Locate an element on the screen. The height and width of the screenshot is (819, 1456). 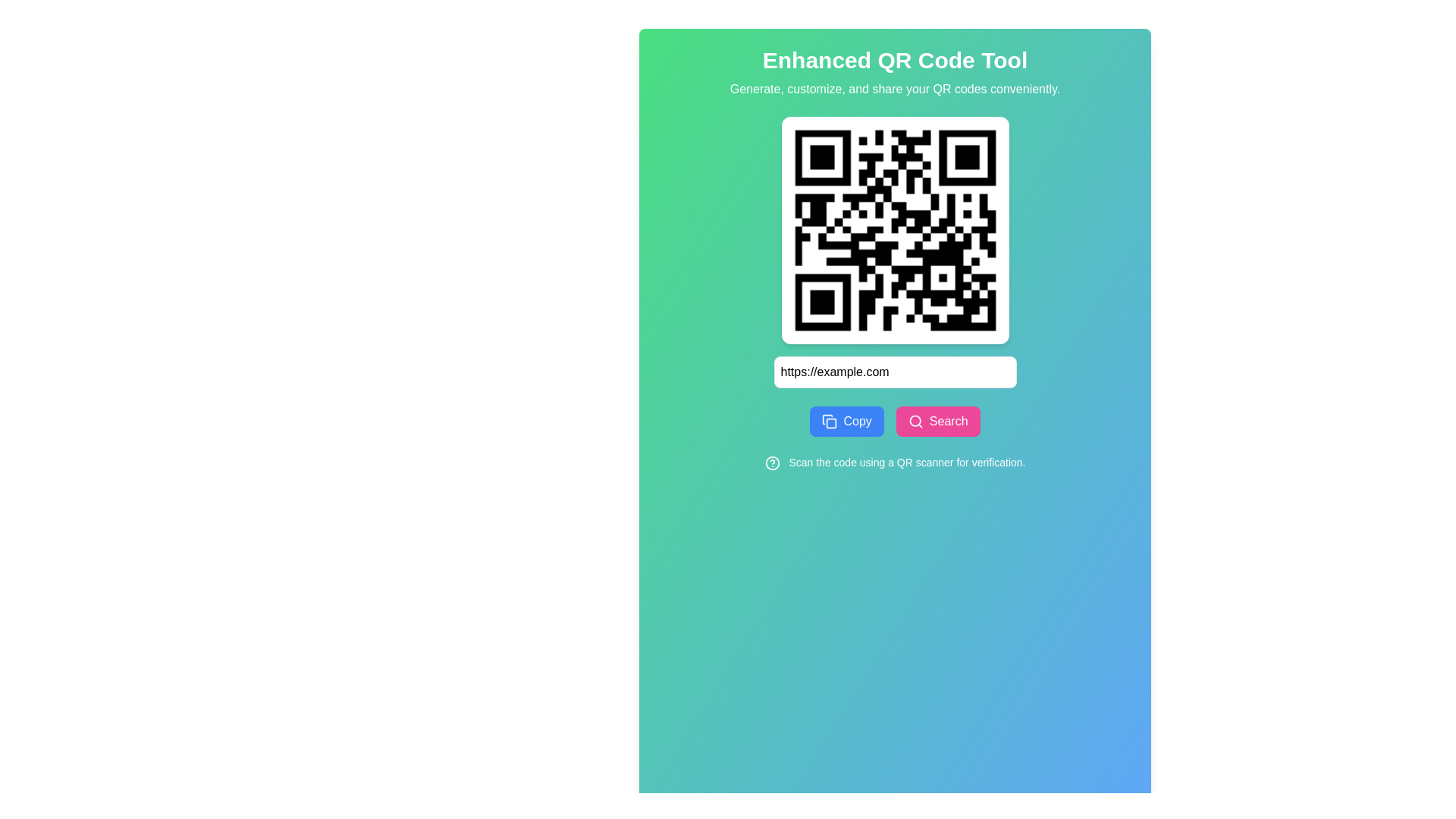
the 'Copy' button icon, which resembles two overlapping rectangles, to copy the text is located at coordinates (829, 421).